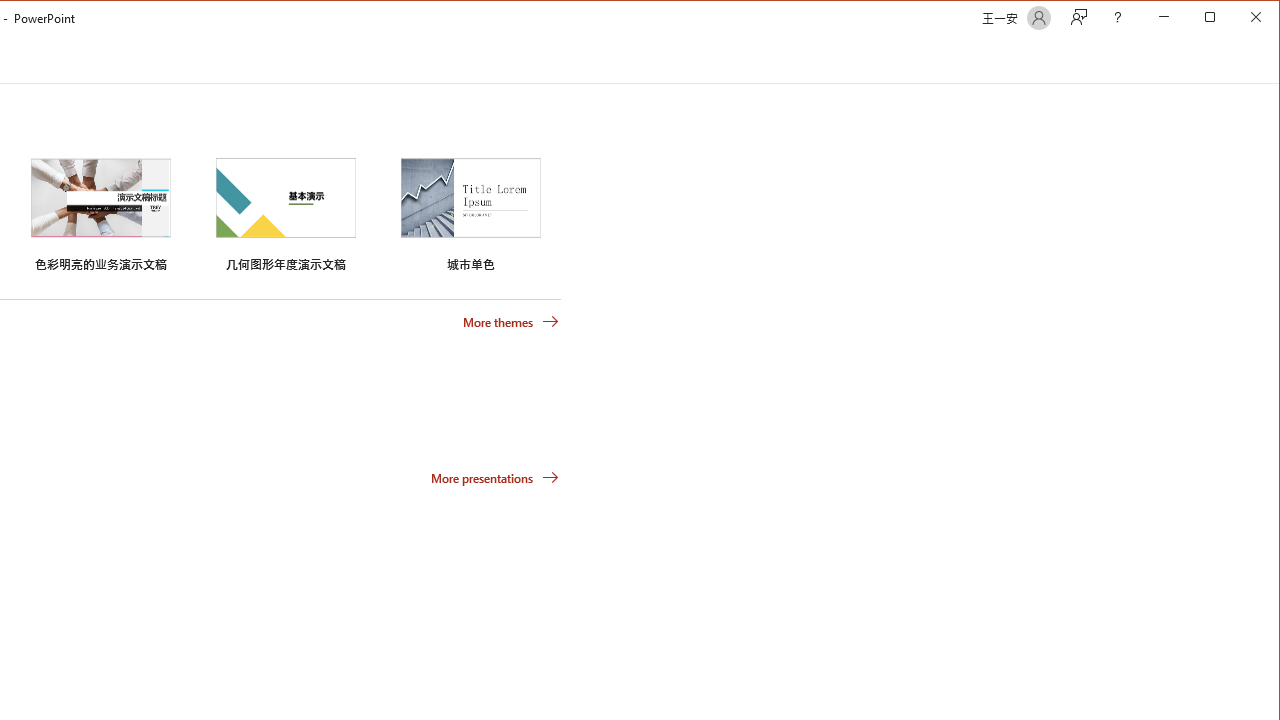  What do you see at coordinates (510, 320) in the screenshot?
I see `'More themes'` at bounding box center [510, 320].